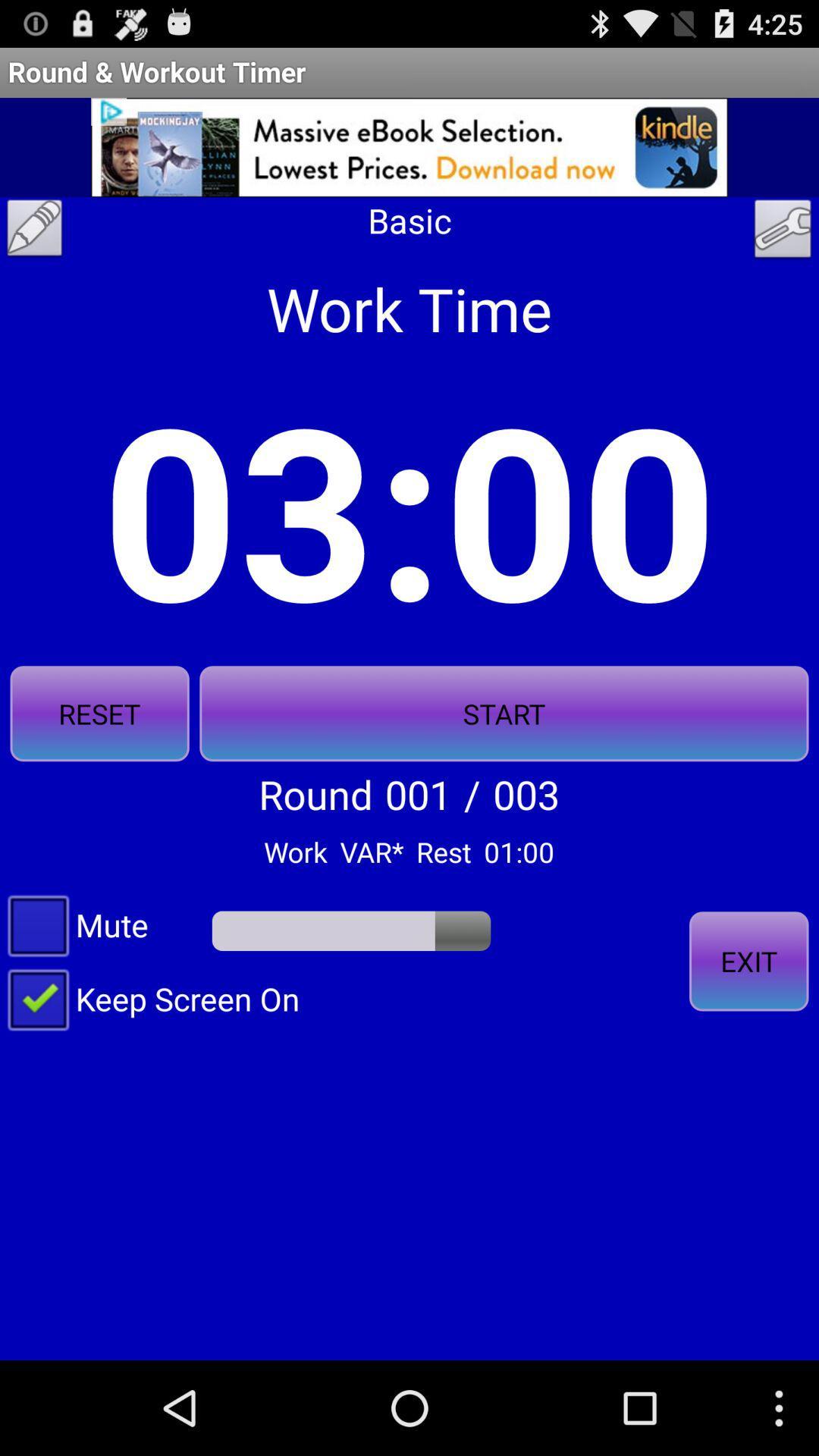 The width and height of the screenshot is (819, 1456). Describe the element at coordinates (149, 998) in the screenshot. I see `item at the bottom left corner` at that location.